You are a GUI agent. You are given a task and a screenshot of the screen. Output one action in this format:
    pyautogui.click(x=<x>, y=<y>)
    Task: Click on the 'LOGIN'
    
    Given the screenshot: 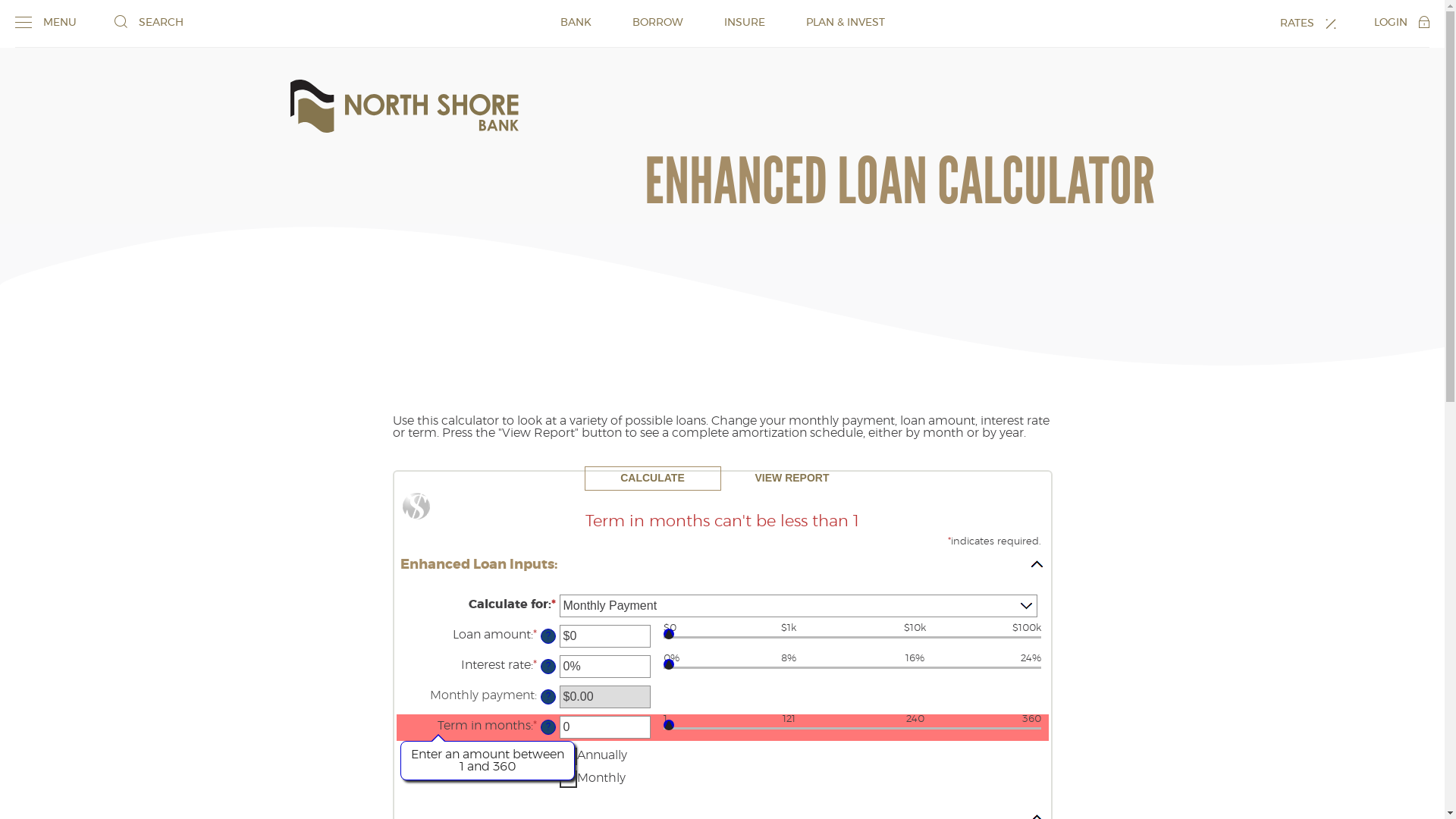 What is the action you would take?
    pyautogui.click(x=1401, y=22)
    